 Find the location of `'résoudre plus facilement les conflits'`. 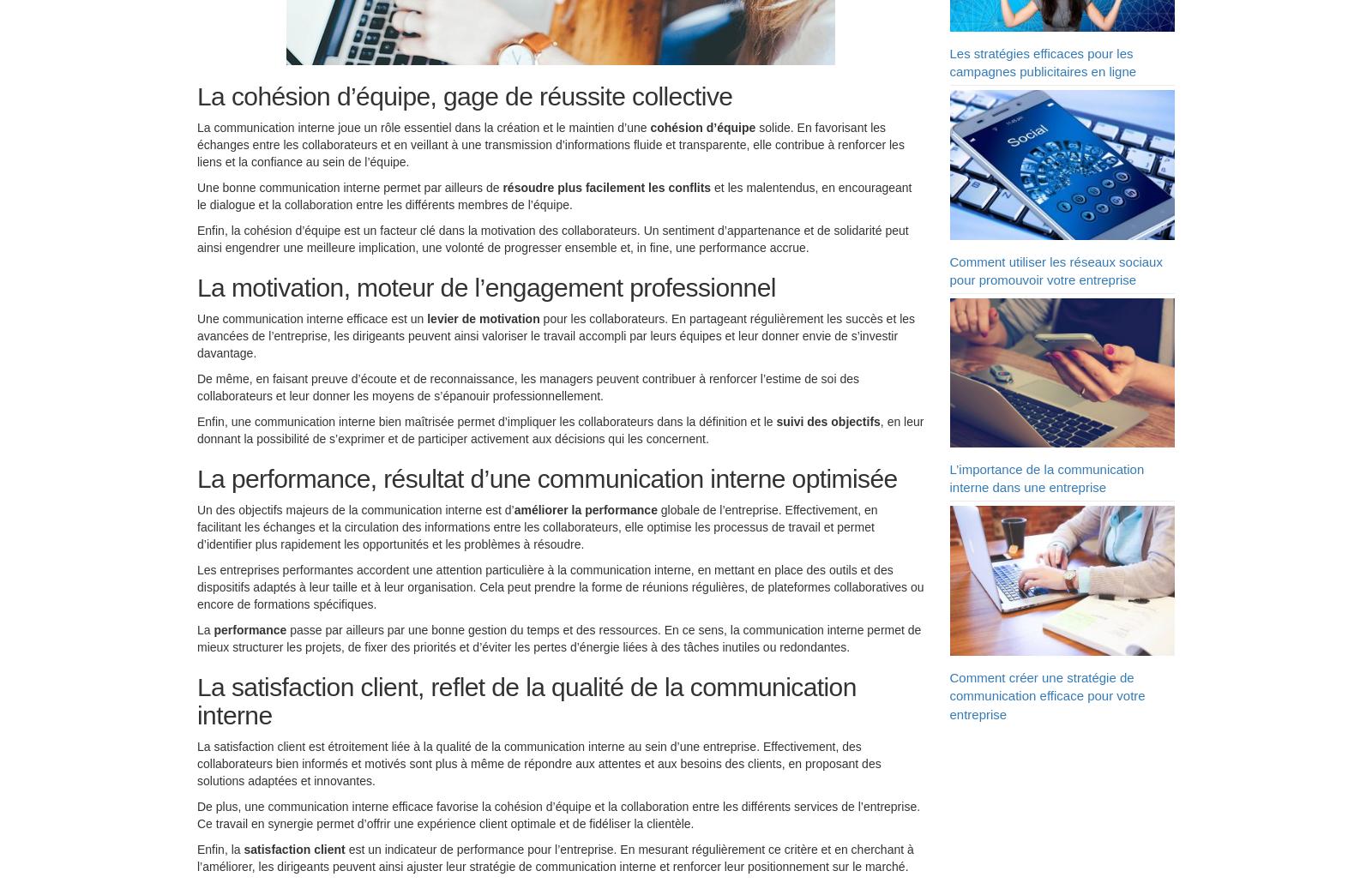

'résoudre plus facilement les conflits' is located at coordinates (606, 190).